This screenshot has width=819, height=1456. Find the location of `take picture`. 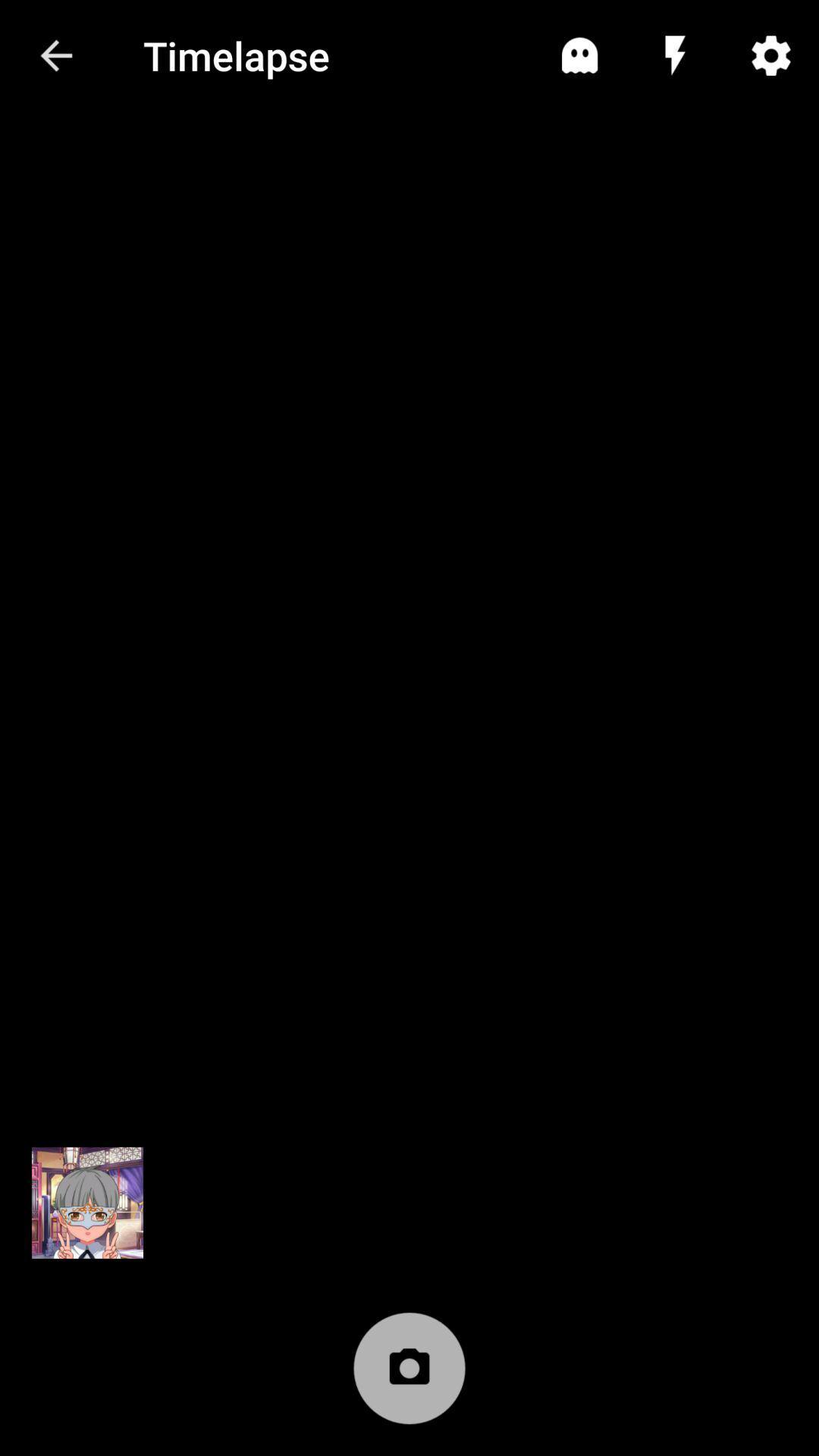

take picture is located at coordinates (409, 1376).